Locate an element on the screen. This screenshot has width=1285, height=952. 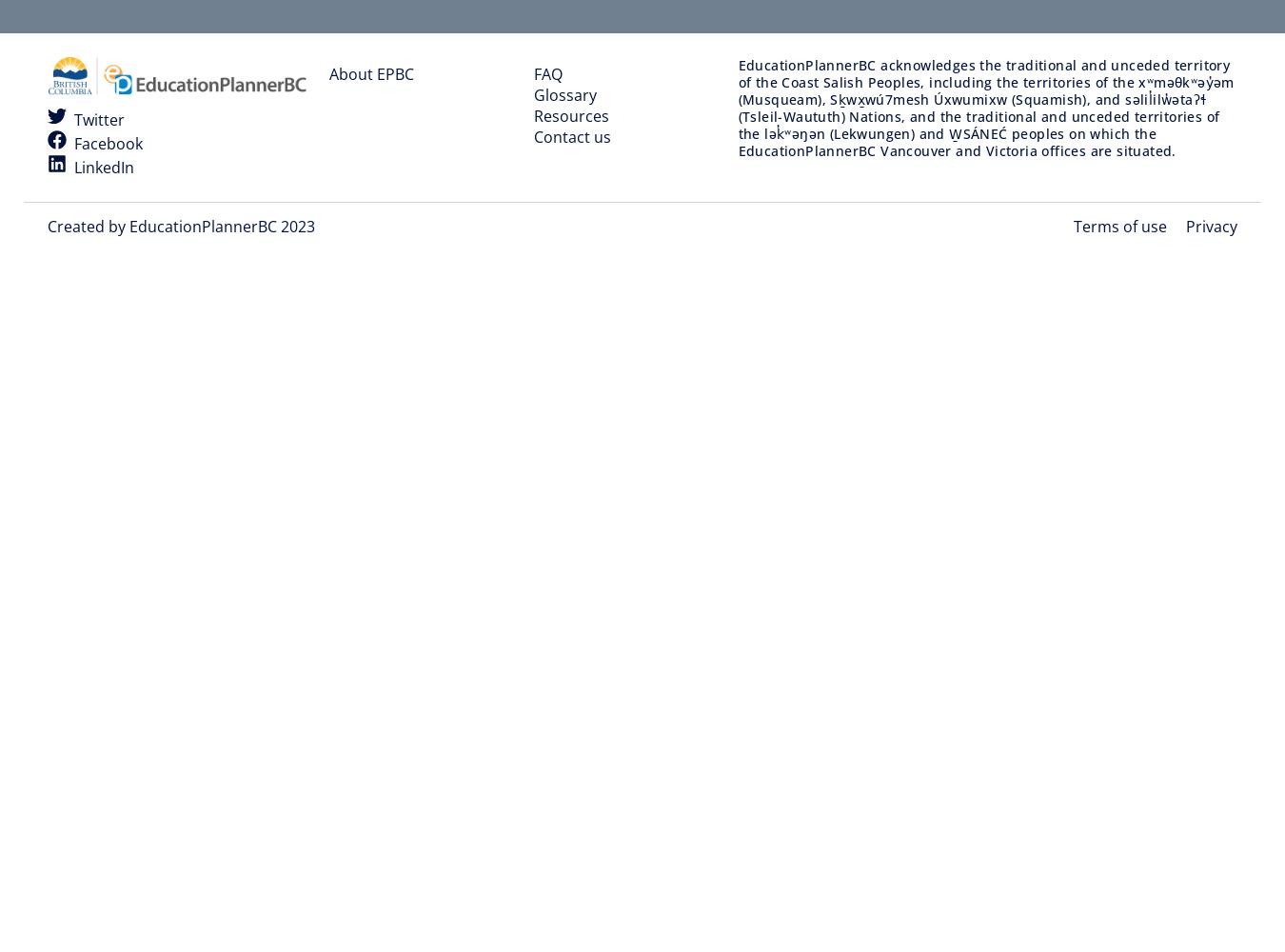
'FAQ' is located at coordinates (546, 72).